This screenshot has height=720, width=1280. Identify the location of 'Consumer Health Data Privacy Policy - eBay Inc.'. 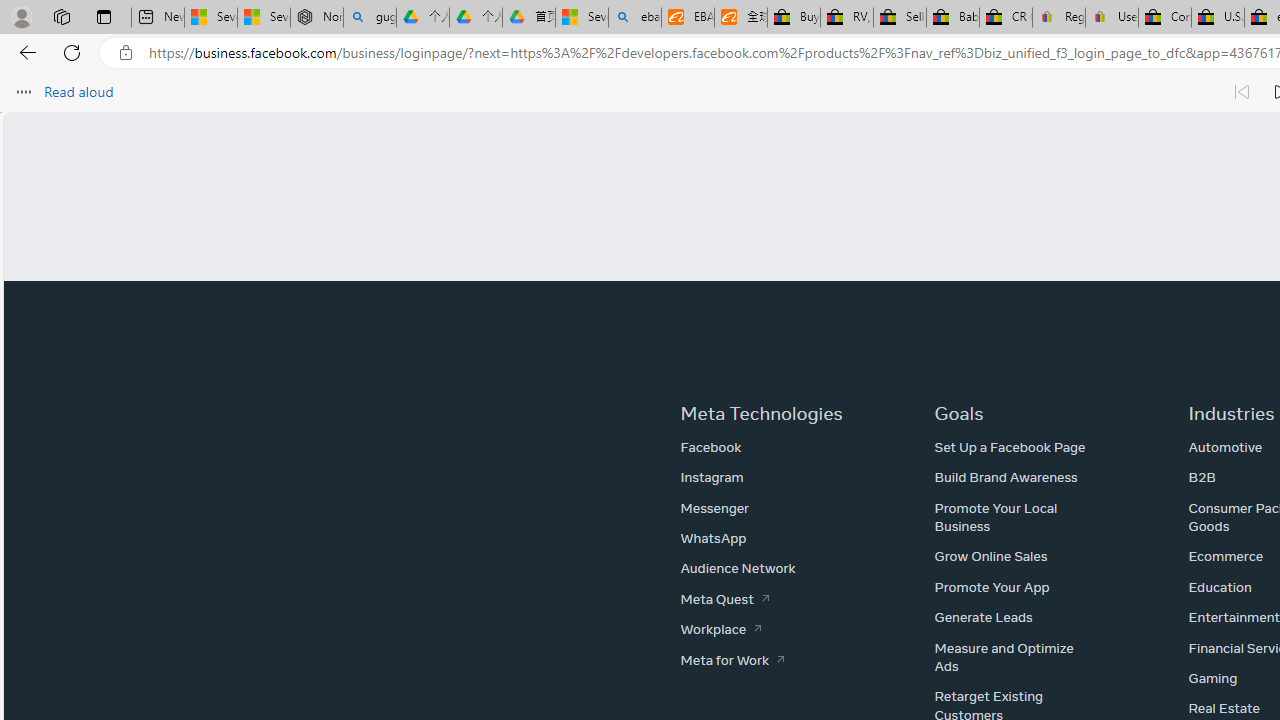
(1165, 17).